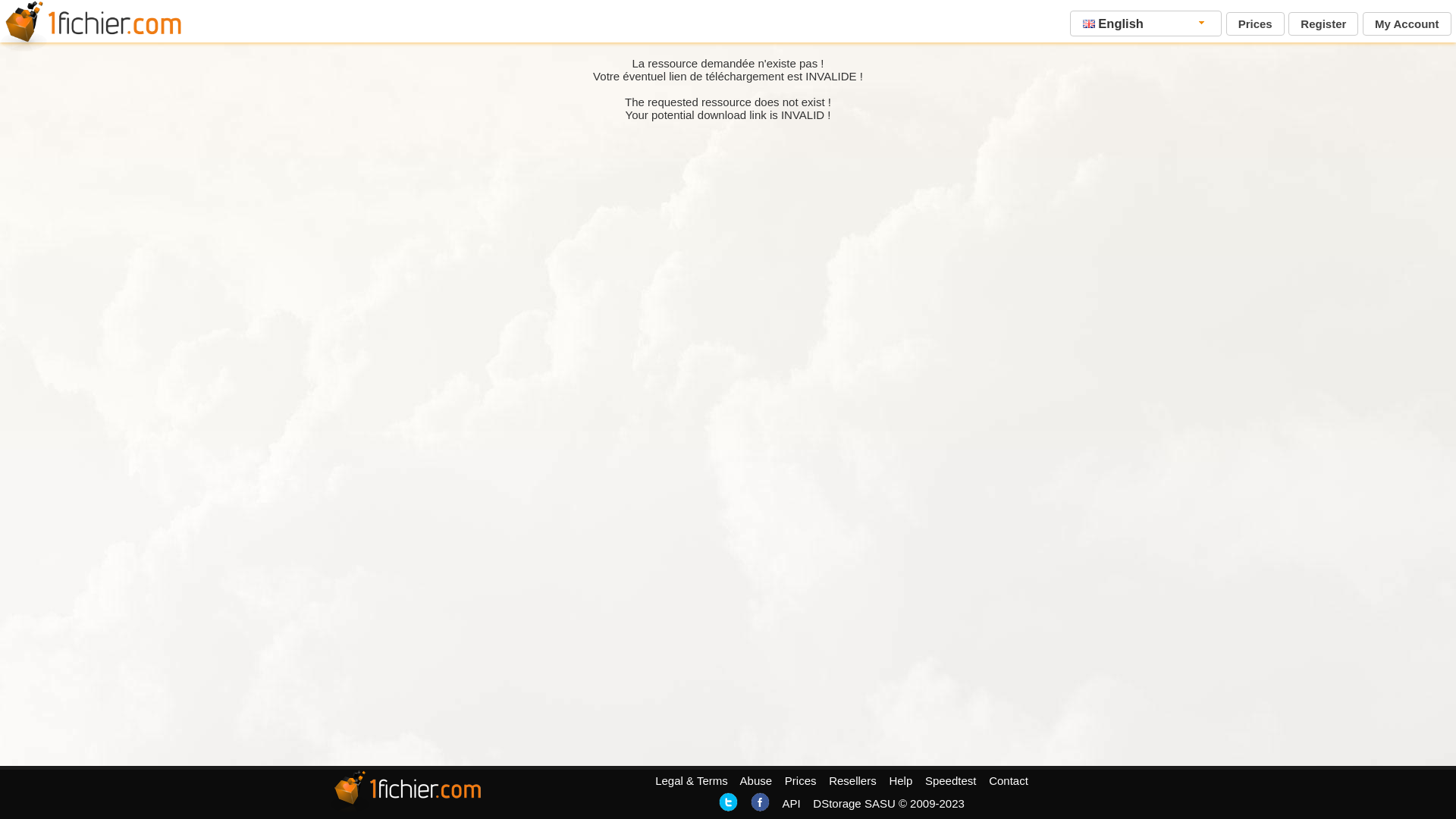 This screenshot has width=1456, height=819. What do you see at coordinates (1323, 24) in the screenshot?
I see `'Register'` at bounding box center [1323, 24].